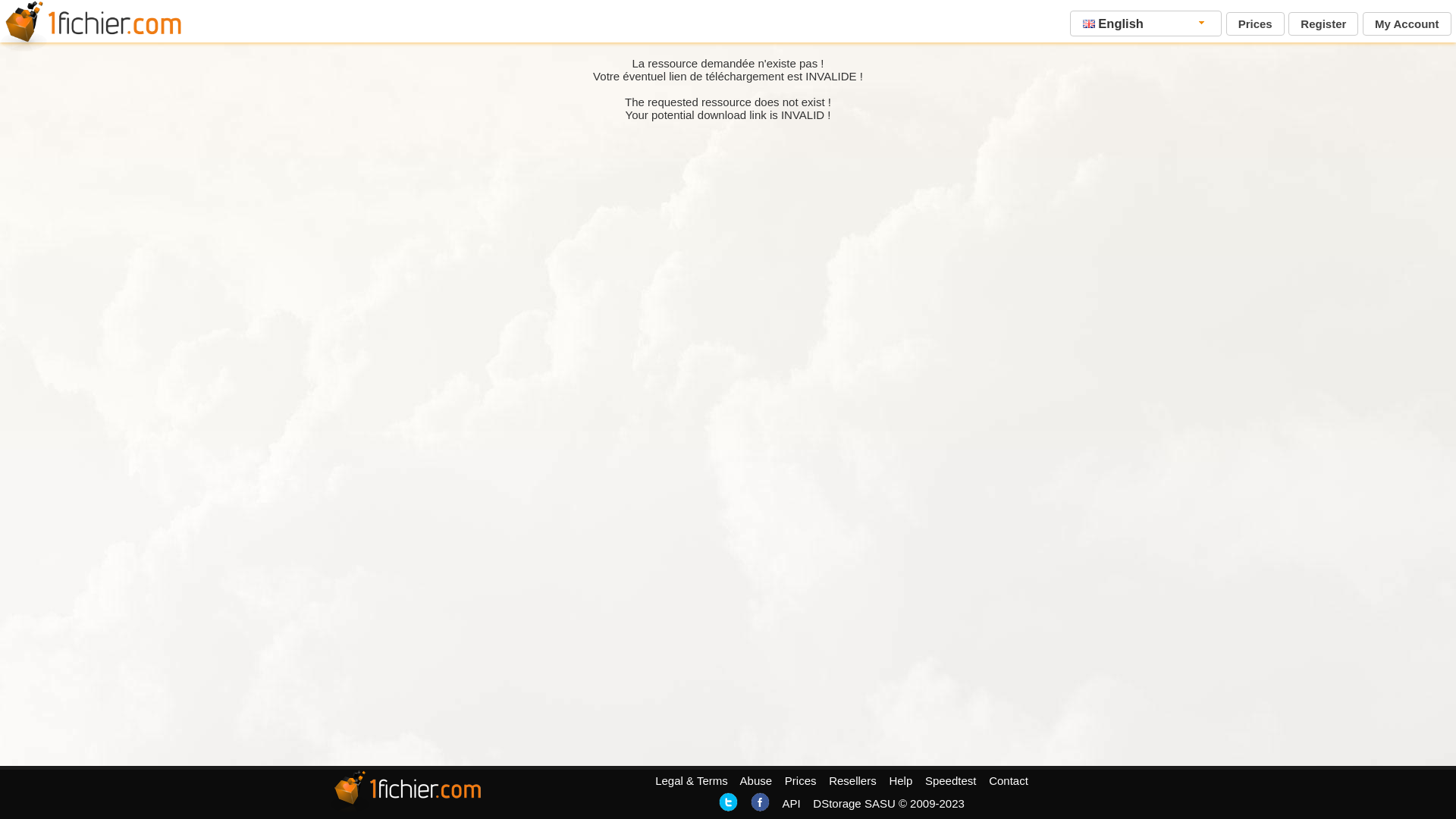 This screenshot has width=1456, height=819. What do you see at coordinates (1323, 24) in the screenshot?
I see `'Register'` at bounding box center [1323, 24].